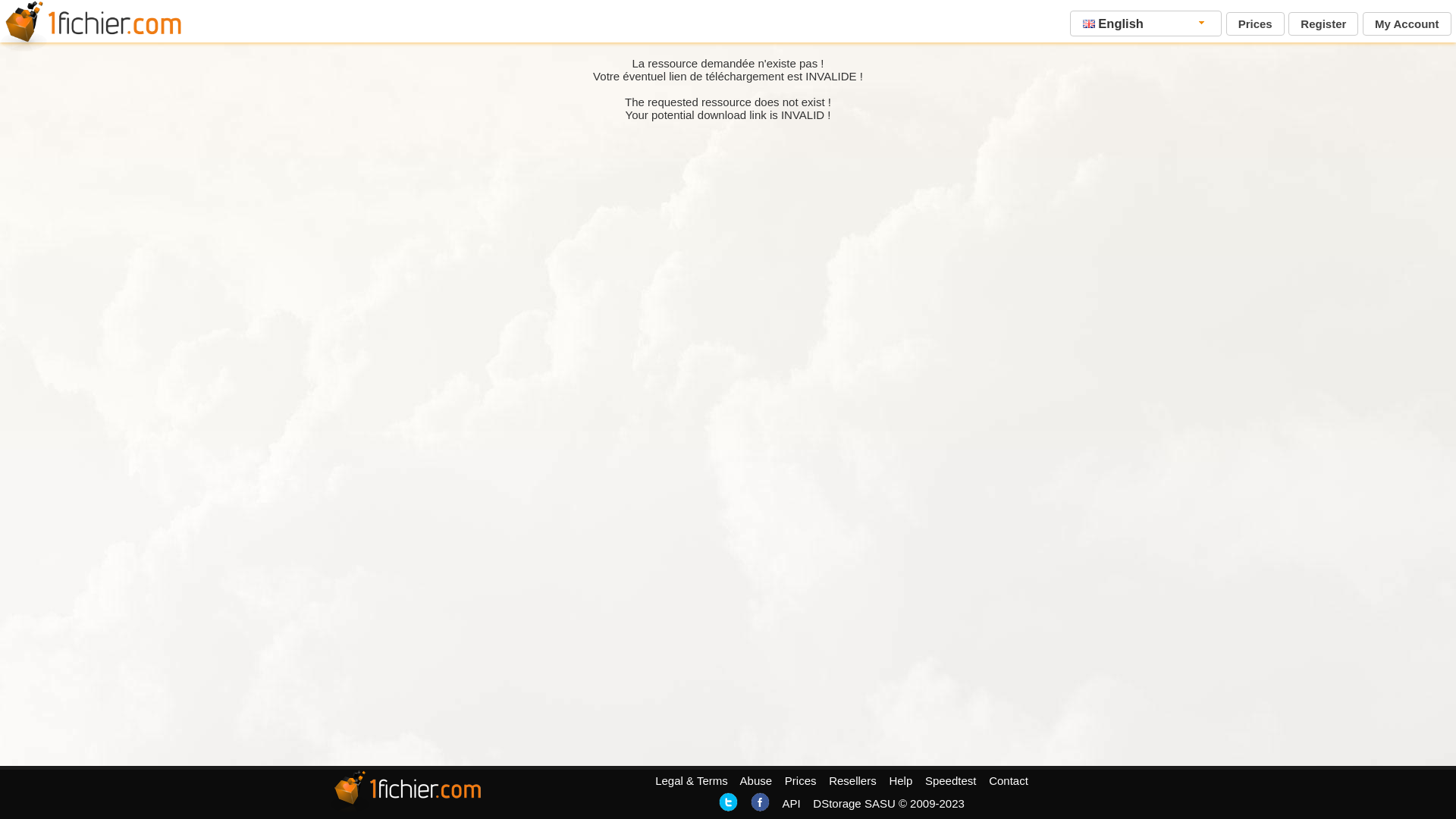 This screenshot has width=1456, height=819. What do you see at coordinates (1323, 24) in the screenshot?
I see `'Register'` at bounding box center [1323, 24].